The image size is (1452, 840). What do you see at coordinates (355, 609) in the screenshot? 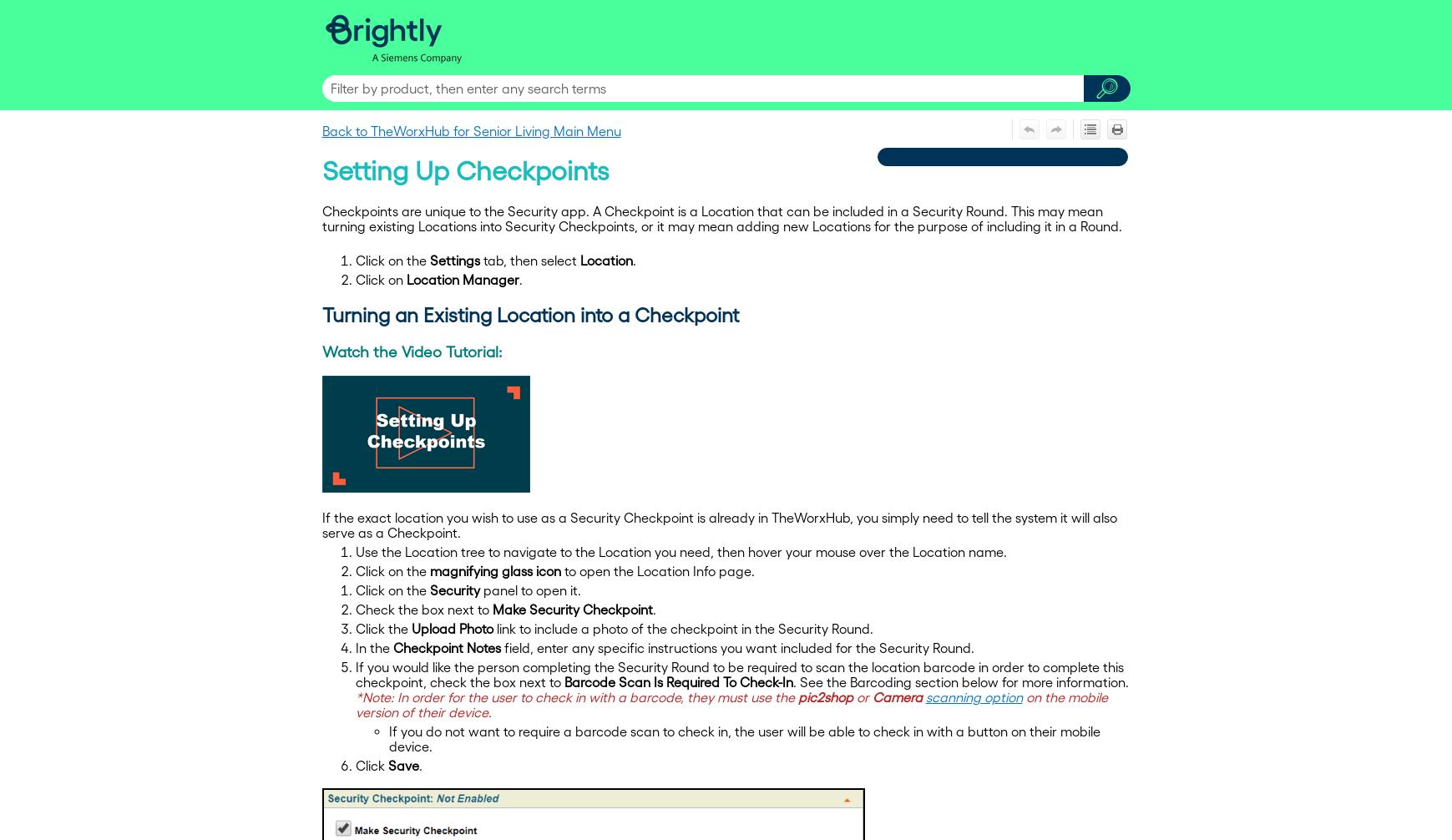
I see `'Check the box next to'` at bounding box center [355, 609].